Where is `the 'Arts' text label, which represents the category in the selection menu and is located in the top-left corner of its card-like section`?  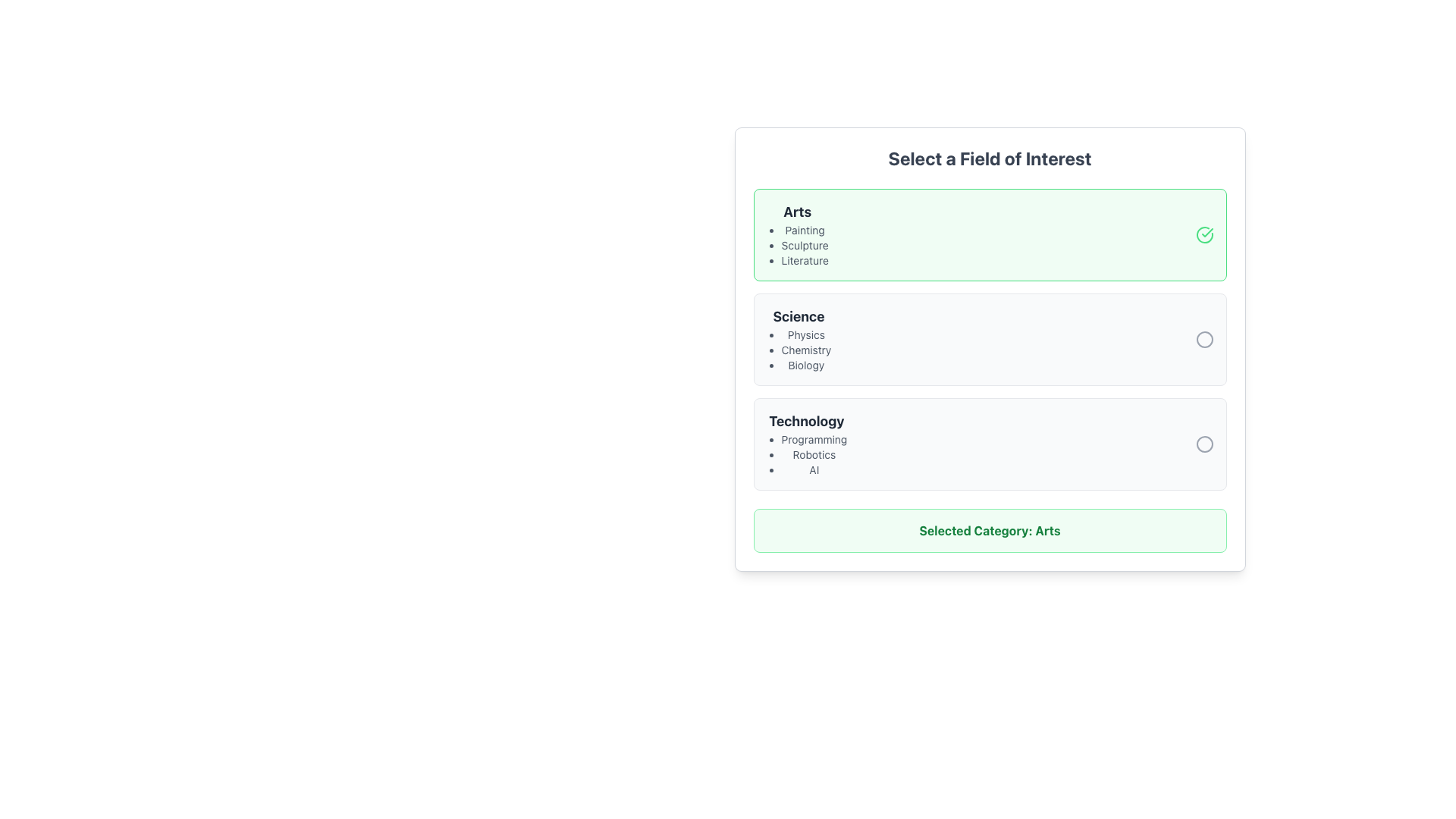 the 'Arts' text label, which represents the category in the selection menu and is located in the top-left corner of its card-like section is located at coordinates (796, 212).